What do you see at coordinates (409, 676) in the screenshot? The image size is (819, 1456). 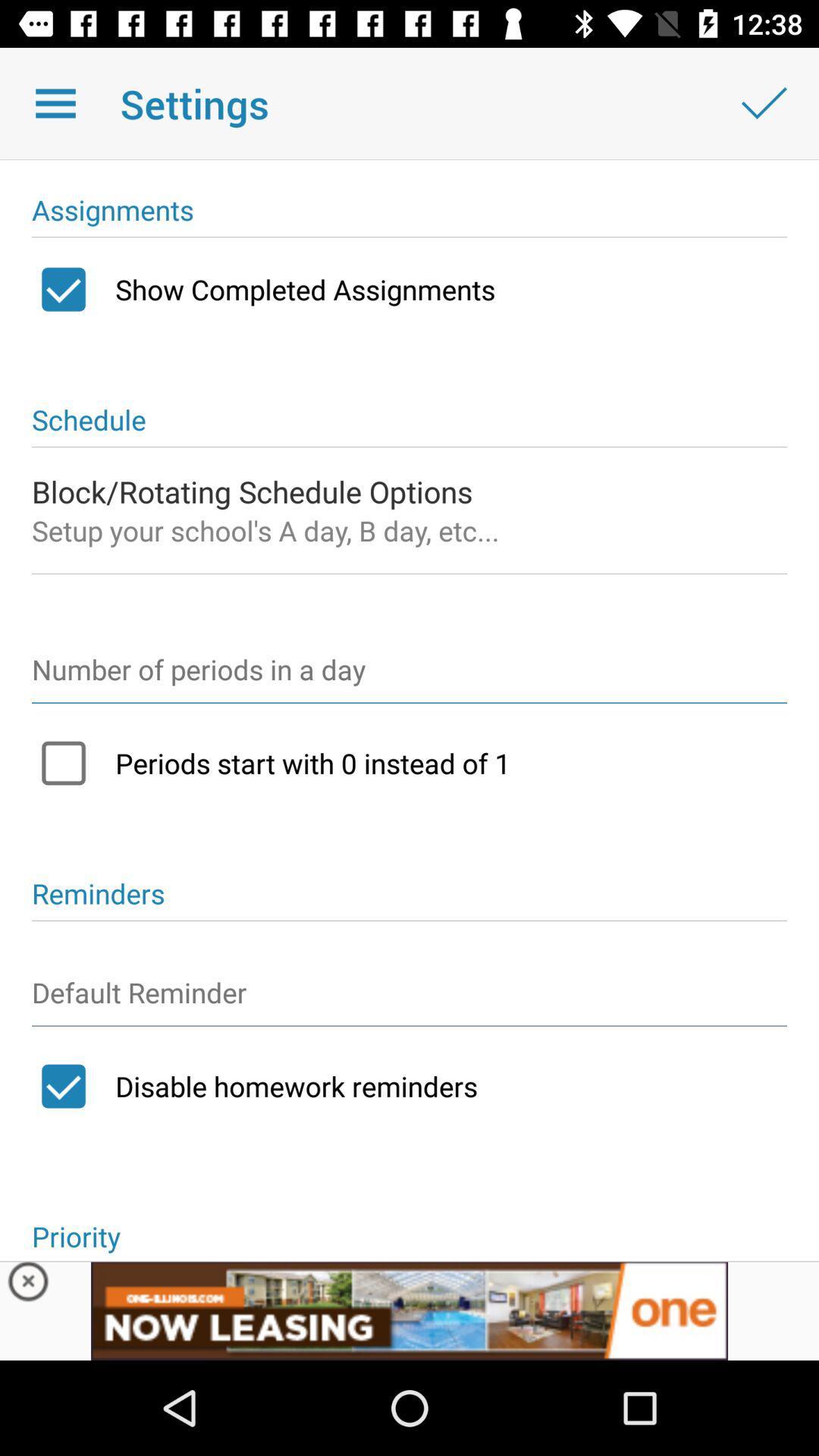 I see `number of periods in a day` at bounding box center [409, 676].